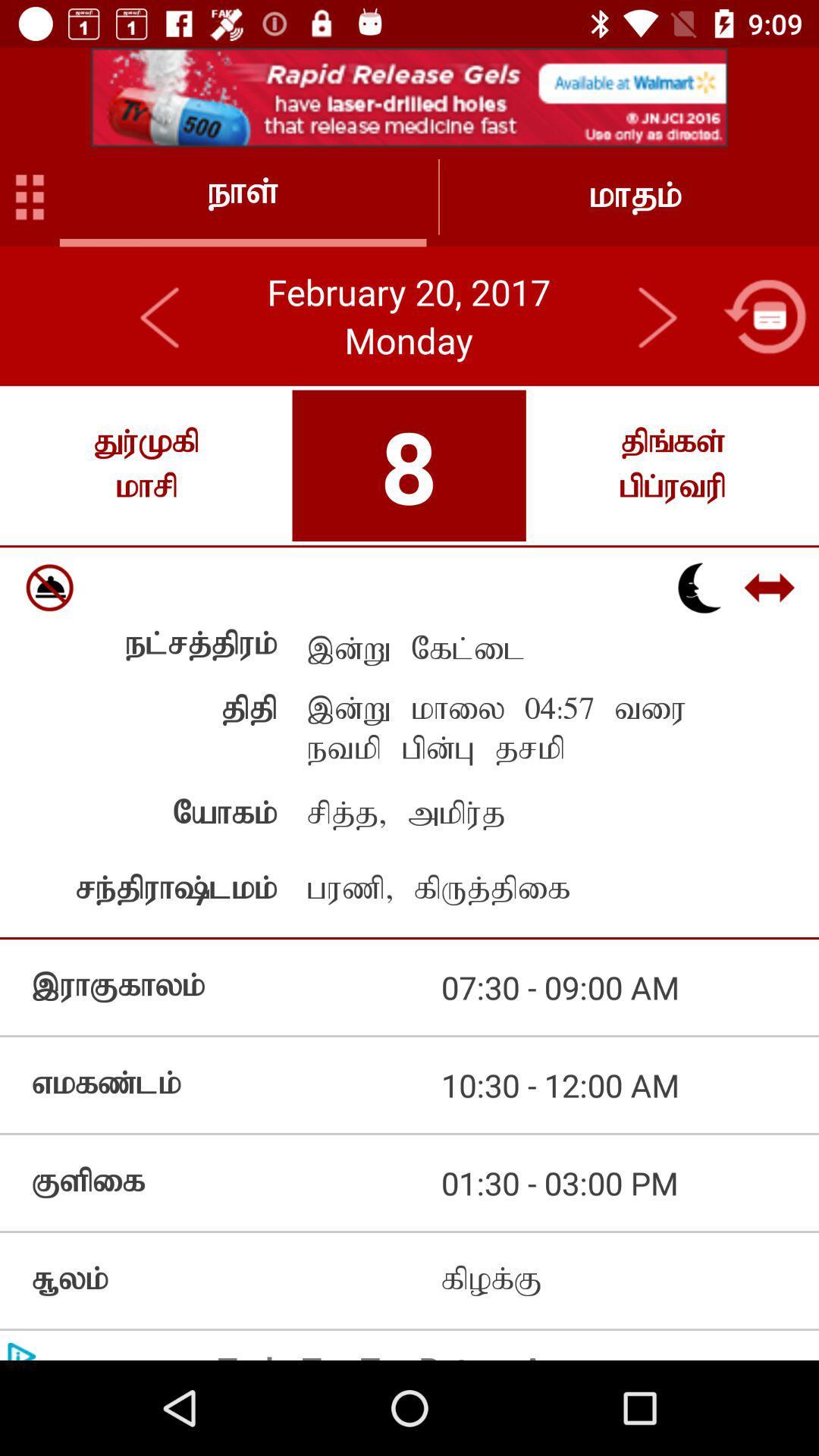 This screenshot has width=819, height=1456. I want to click on click on go back arrow, so click(161, 315).